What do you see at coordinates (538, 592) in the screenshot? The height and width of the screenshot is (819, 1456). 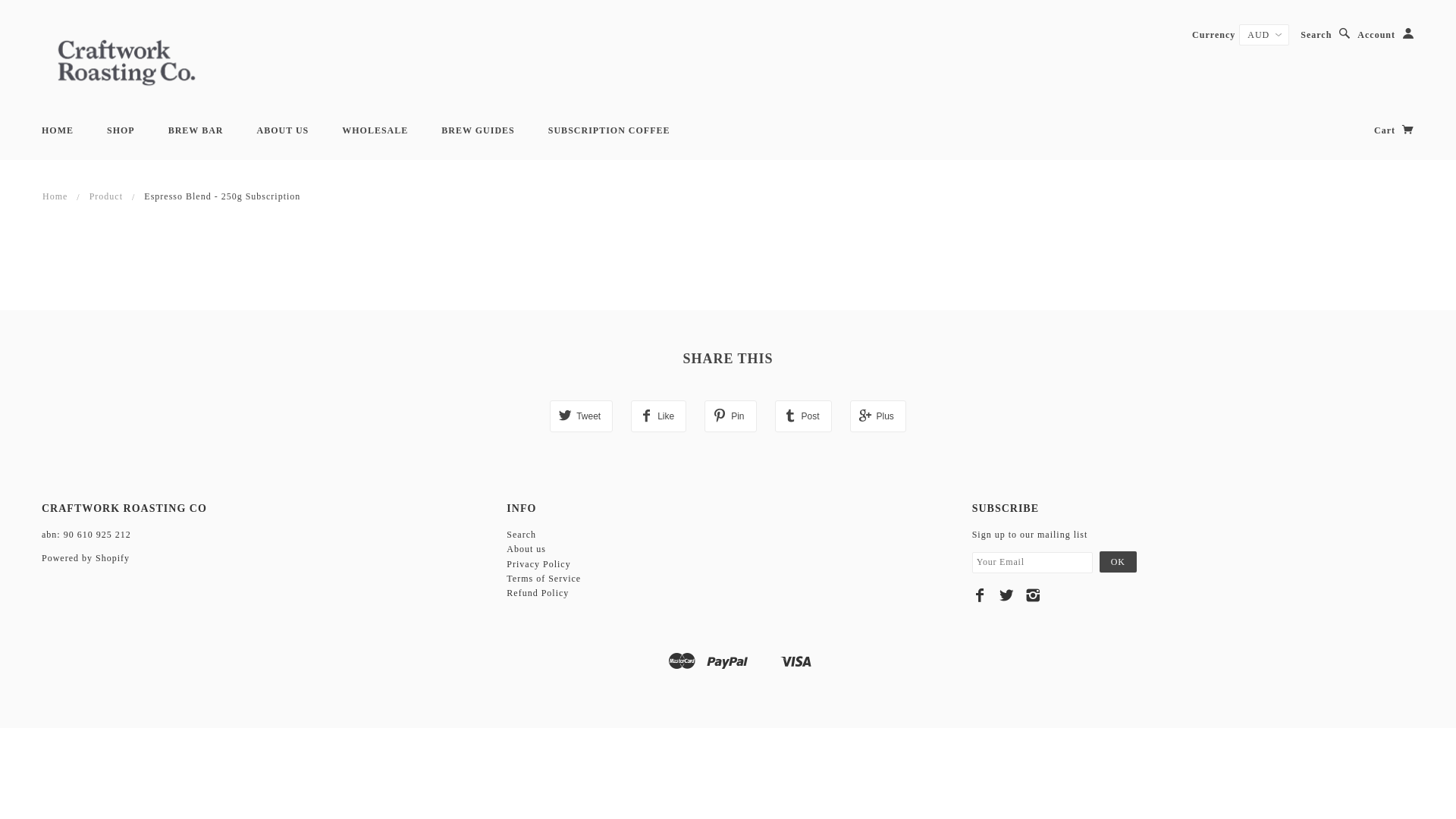 I see `'Refund Policy'` at bounding box center [538, 592].